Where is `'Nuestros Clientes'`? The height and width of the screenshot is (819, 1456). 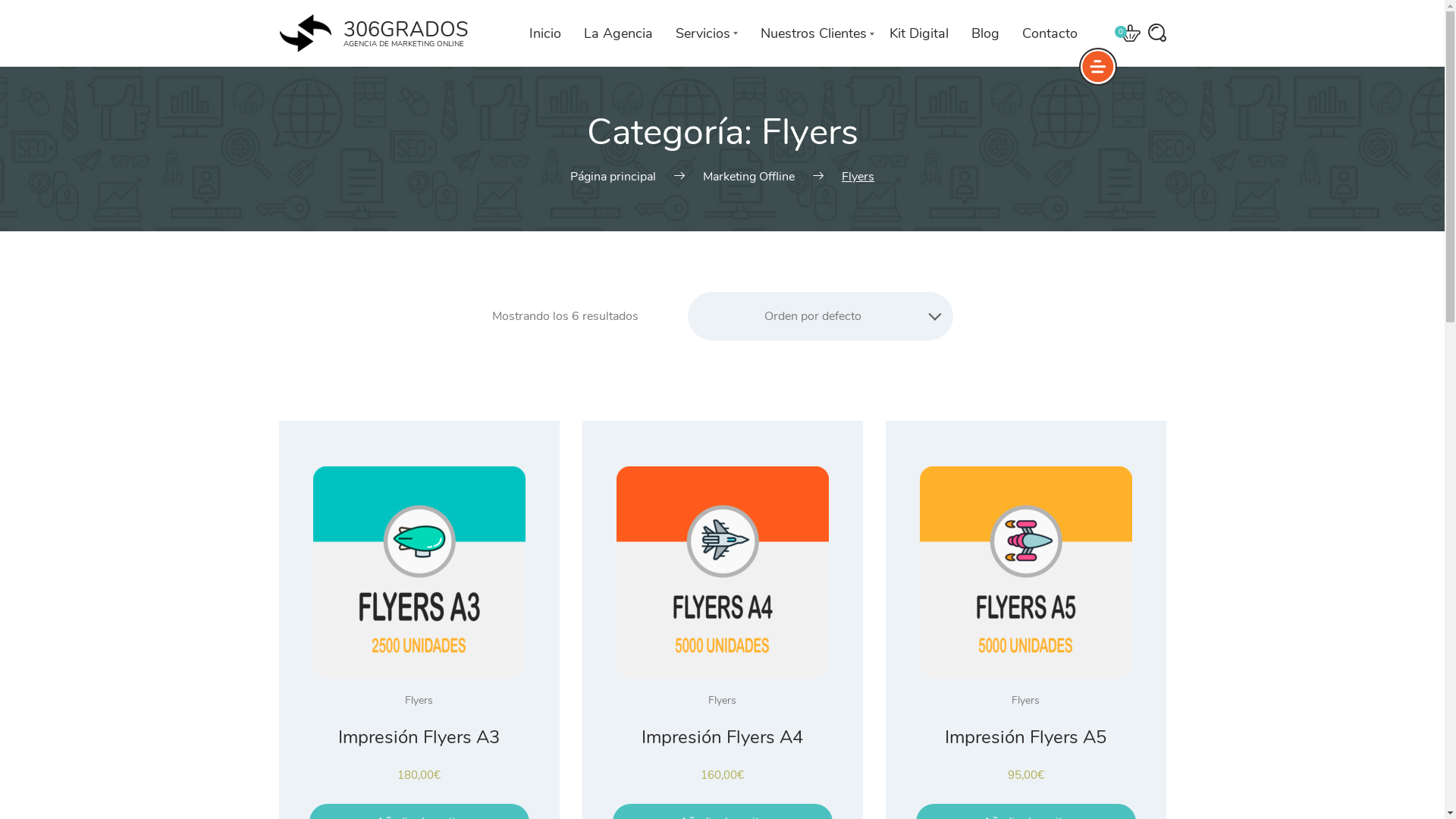
'Nuestros Clientes' is located at coordinates (811, 33).